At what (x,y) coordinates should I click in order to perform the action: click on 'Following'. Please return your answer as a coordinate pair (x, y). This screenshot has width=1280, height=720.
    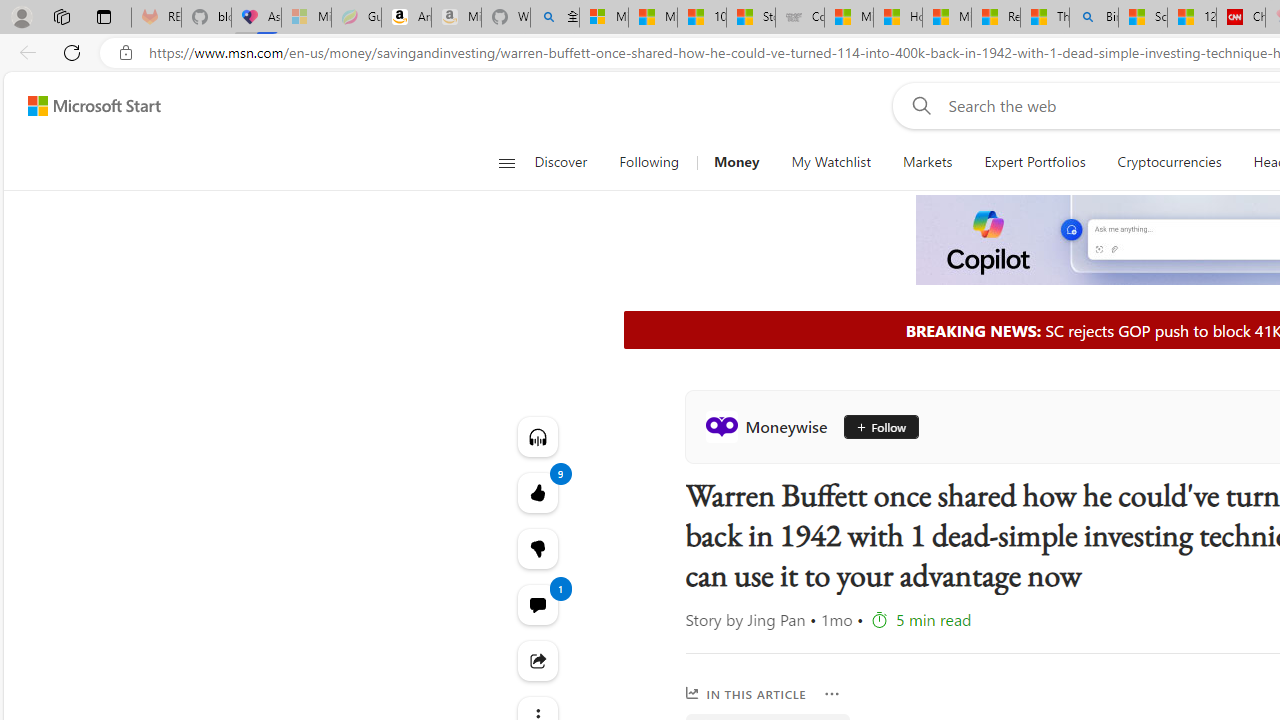
    Looking at the image, I should click on (648, 162).